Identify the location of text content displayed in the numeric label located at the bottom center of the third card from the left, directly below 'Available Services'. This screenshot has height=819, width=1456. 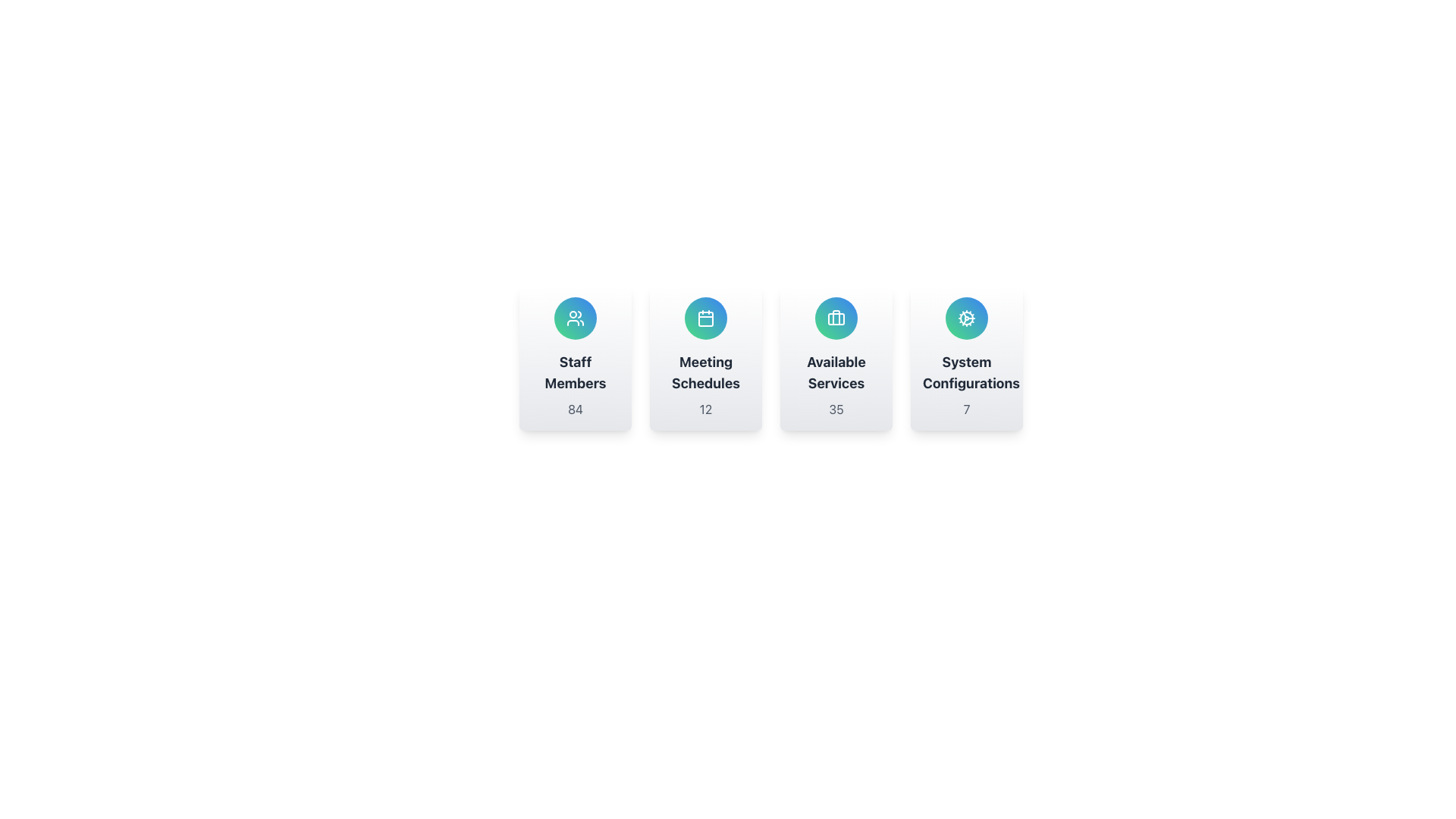
(836, 409).